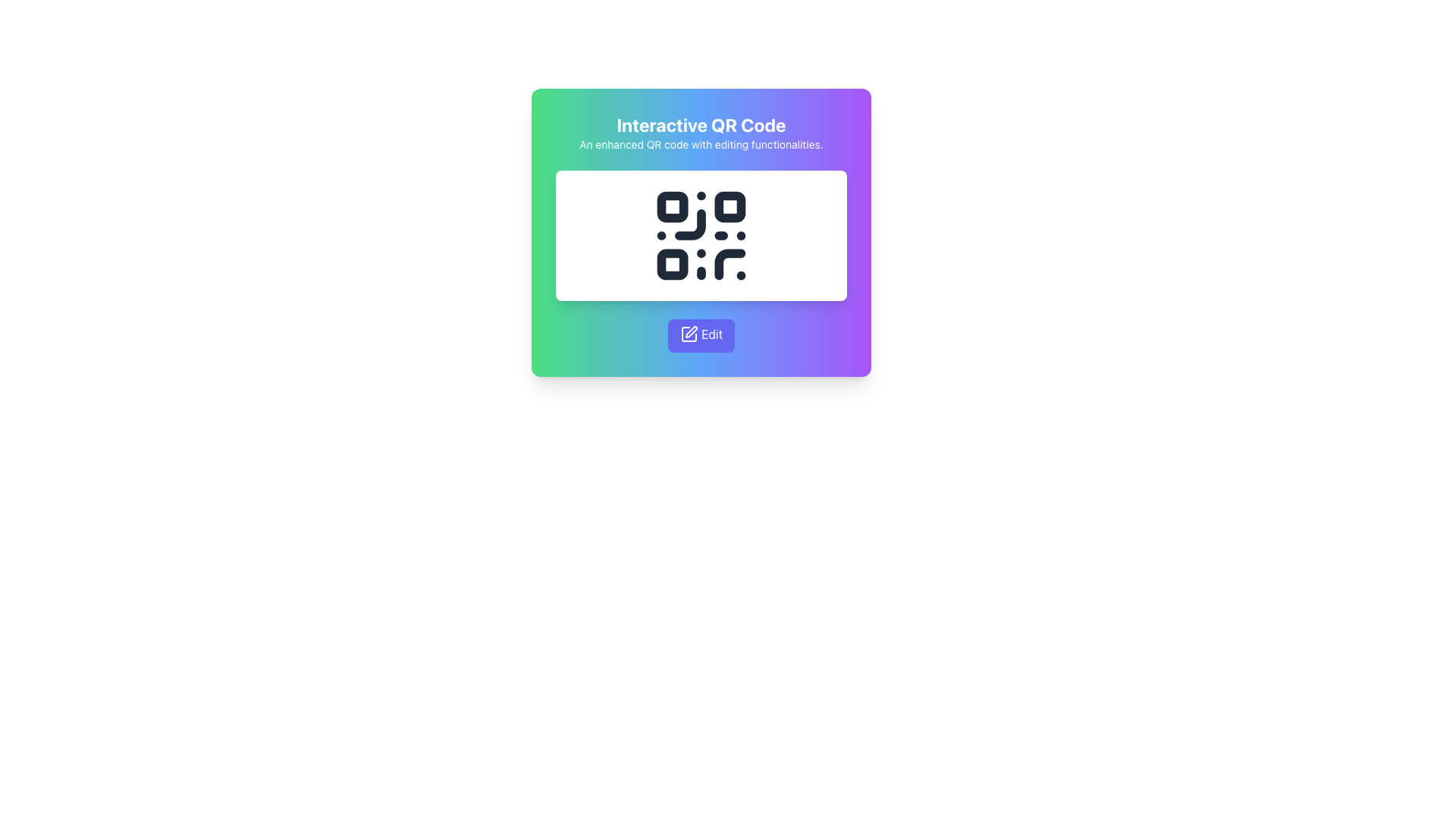 Image resolution: width=1456 pixels, height=819 pixels. Describe the element at coordinates (701, 335) in the screenshot. I see `the edit button located at the bottom-central part of the rounded rectangular card to initiate the edit action` at that location.